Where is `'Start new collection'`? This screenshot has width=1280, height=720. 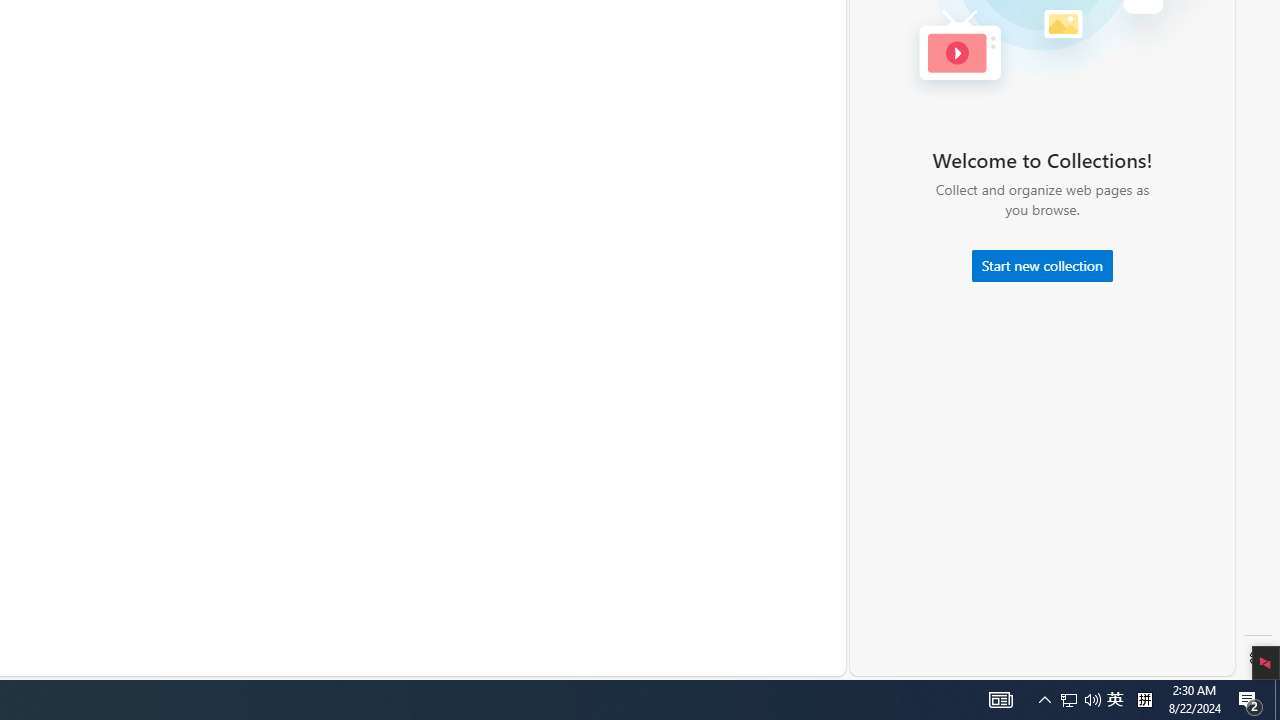
'Start new collection' is located at coordinates (1041, 264).